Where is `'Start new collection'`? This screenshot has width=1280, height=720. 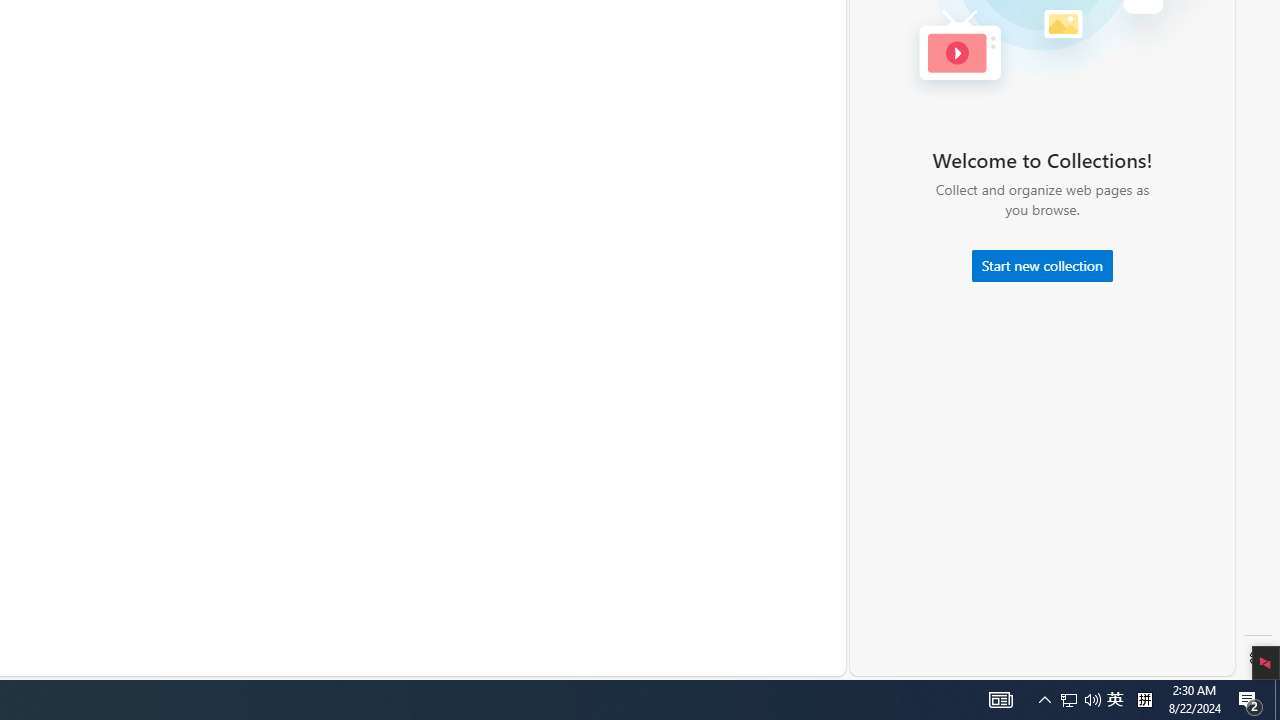
'Start new collection' is located at coordinates (1041, 264).